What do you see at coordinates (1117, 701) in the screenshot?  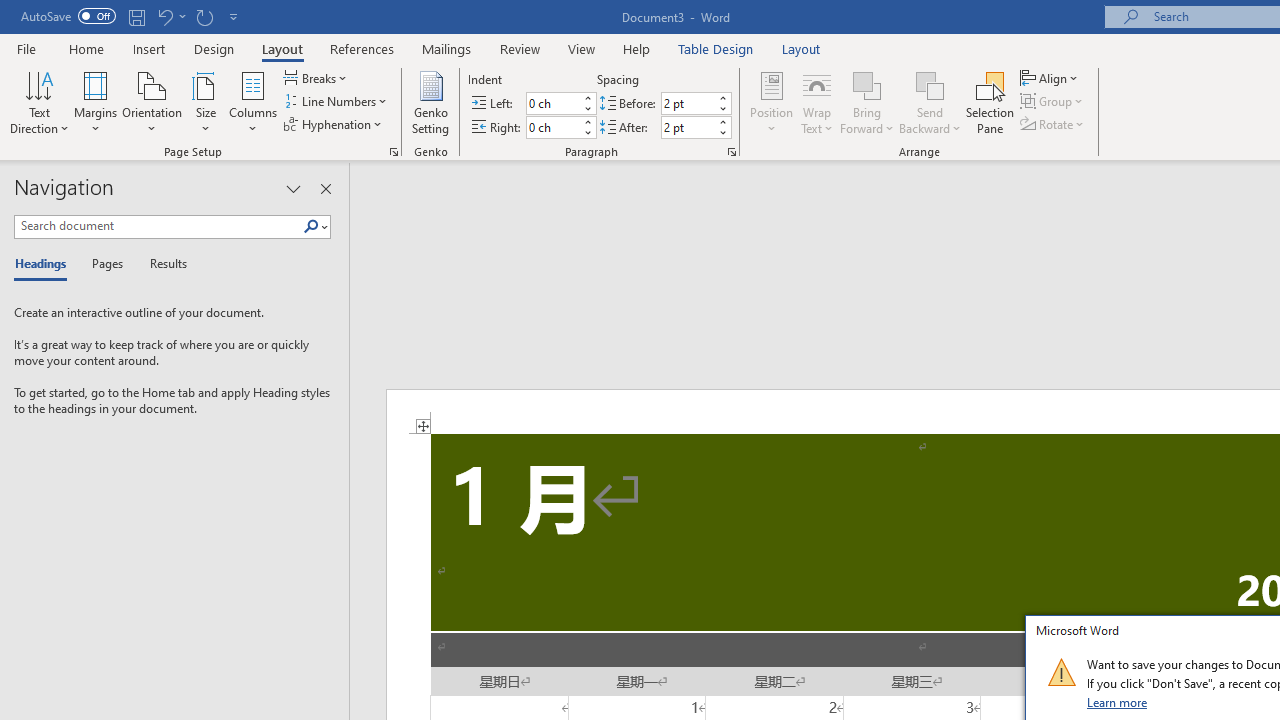 I see `'Learn more'` at bounding box center [1117, 701].